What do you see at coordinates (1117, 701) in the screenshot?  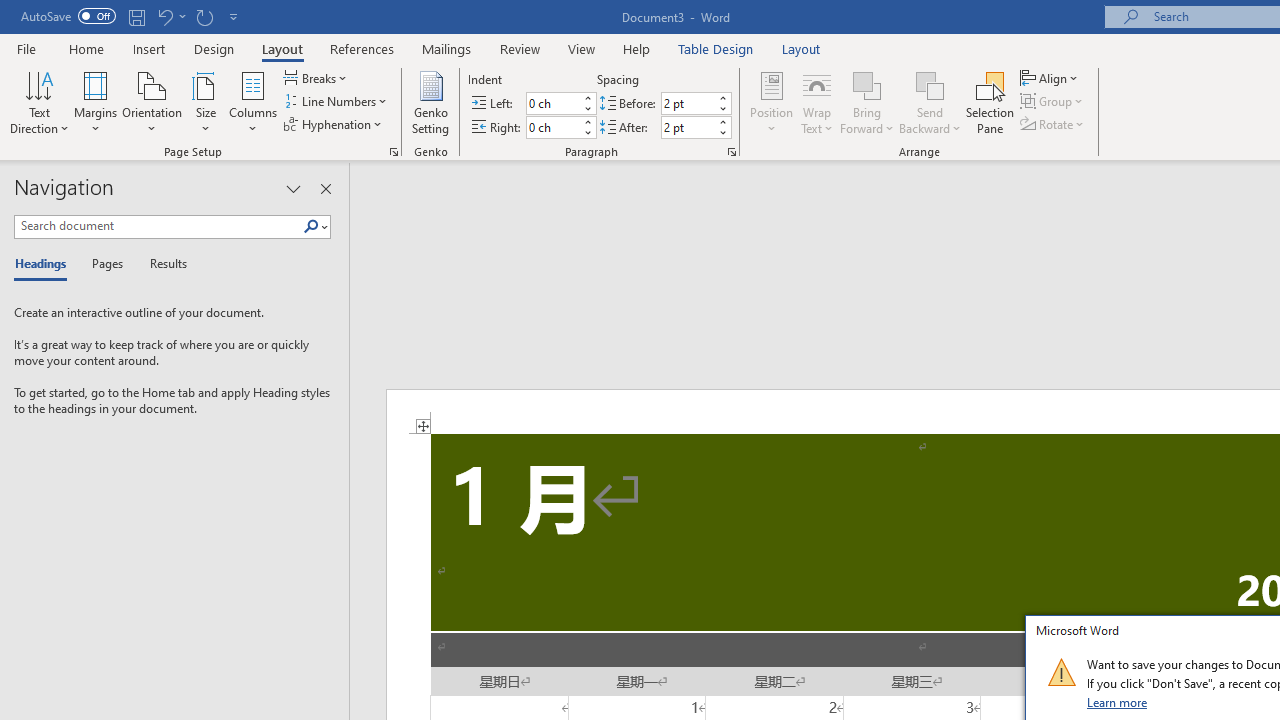 I see `'Learn more'` at bounding box center [1117, 701].